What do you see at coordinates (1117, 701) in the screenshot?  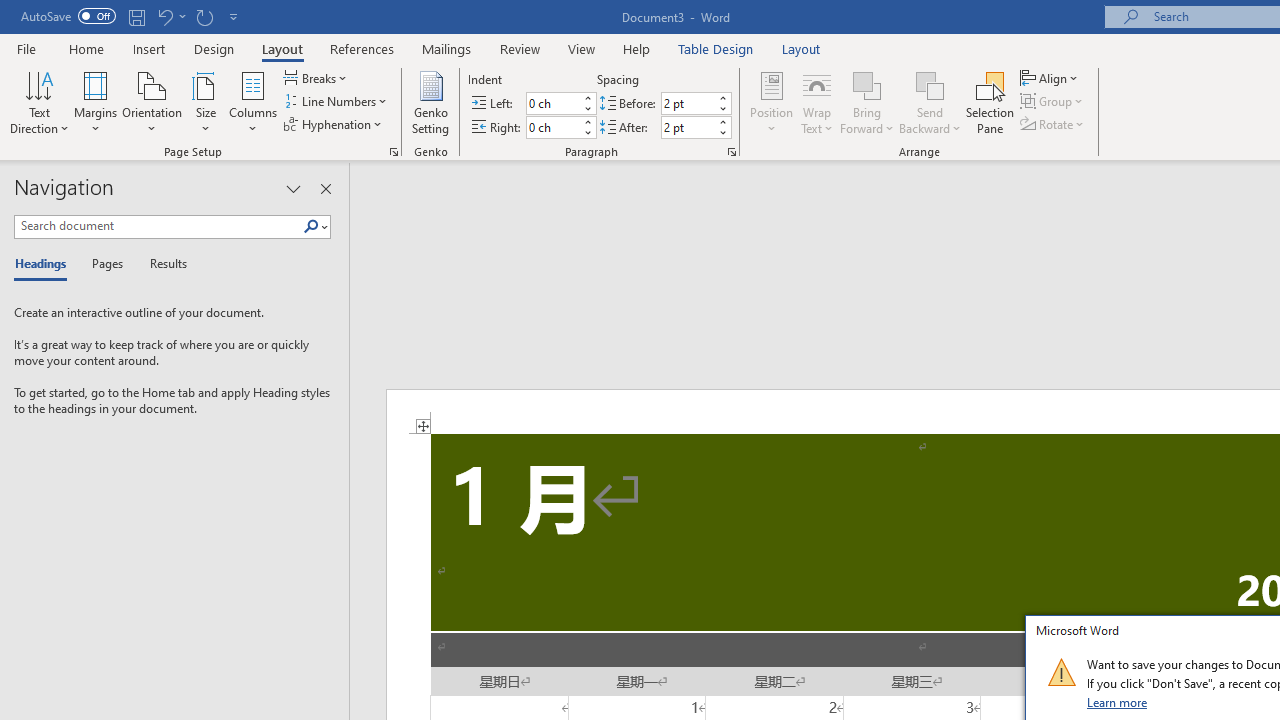 I see `'Learn more'` at bounding box center [1117, 701].